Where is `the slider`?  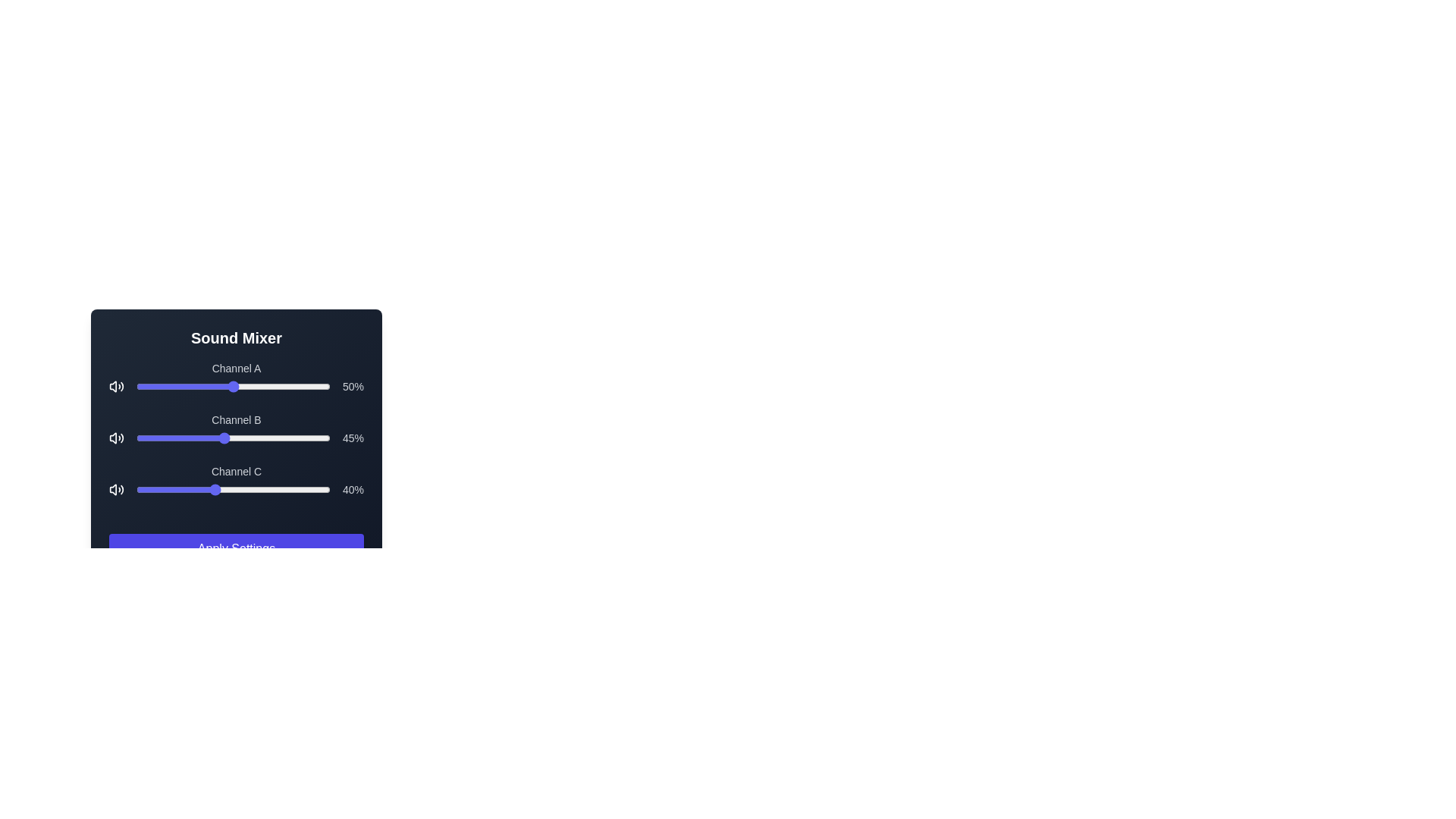 the slider is located at coordinates (268, 489).